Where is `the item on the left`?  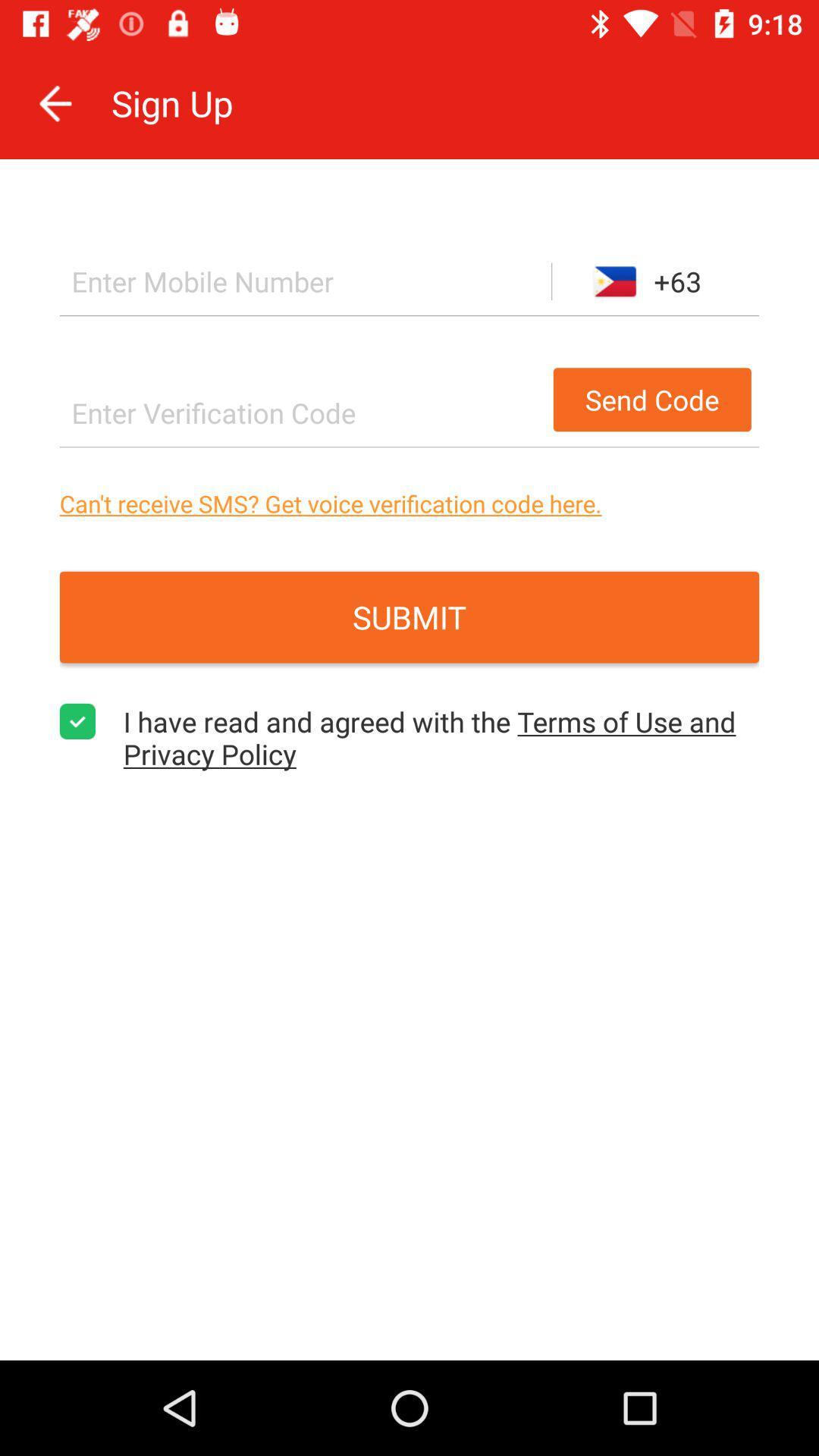
the item on the left is located at coordinates (77, 720).